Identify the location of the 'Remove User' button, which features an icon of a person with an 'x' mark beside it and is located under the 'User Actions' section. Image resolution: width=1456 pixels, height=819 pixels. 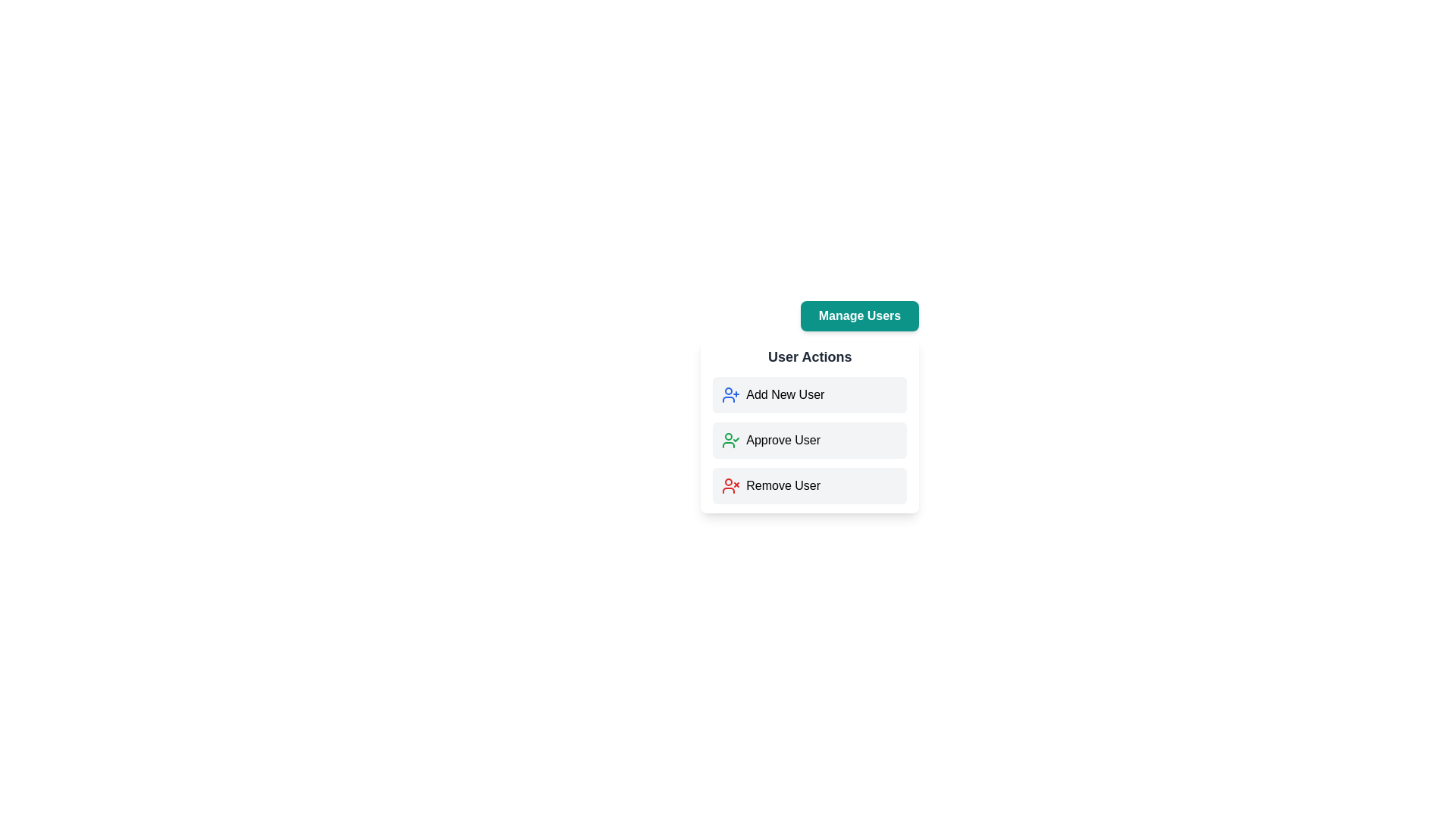
(809, 485).